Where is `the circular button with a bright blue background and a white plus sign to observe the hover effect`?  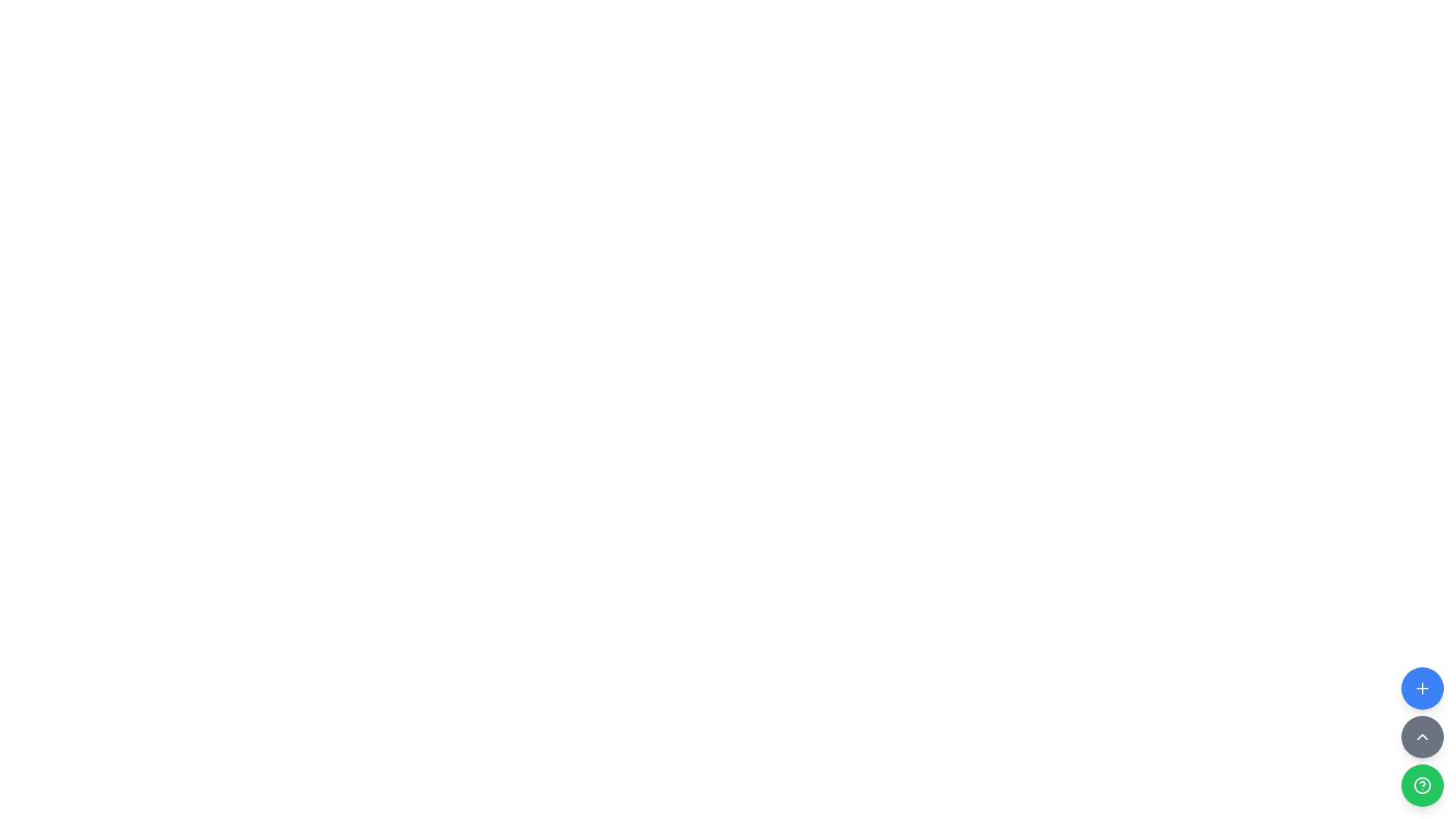
the circular button with a bright blue background and a white plus sign to observe the hover effect is located at coordinates (1422, 688).